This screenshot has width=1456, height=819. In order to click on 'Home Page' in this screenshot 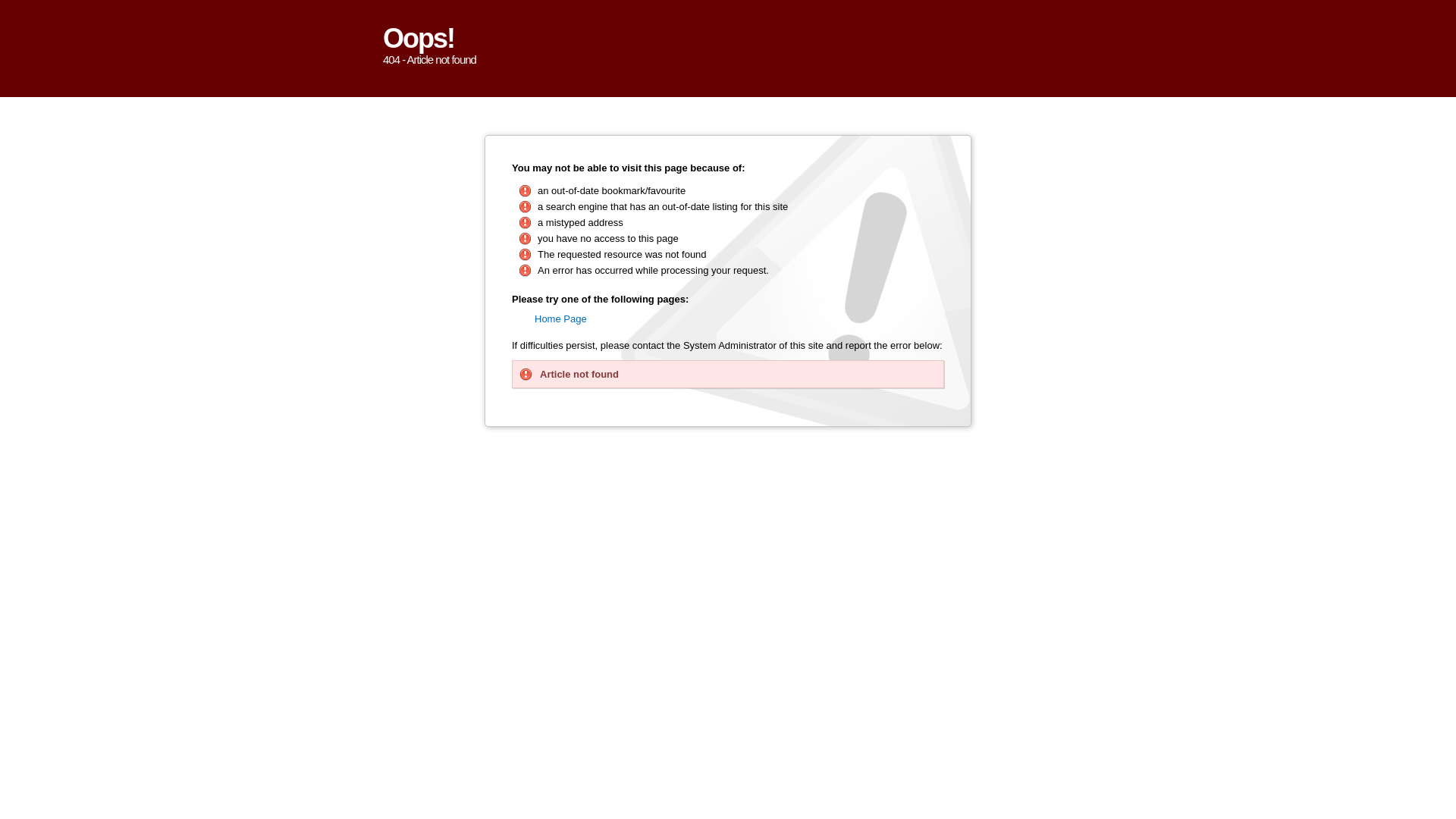, I will do `click(560, 318)`.